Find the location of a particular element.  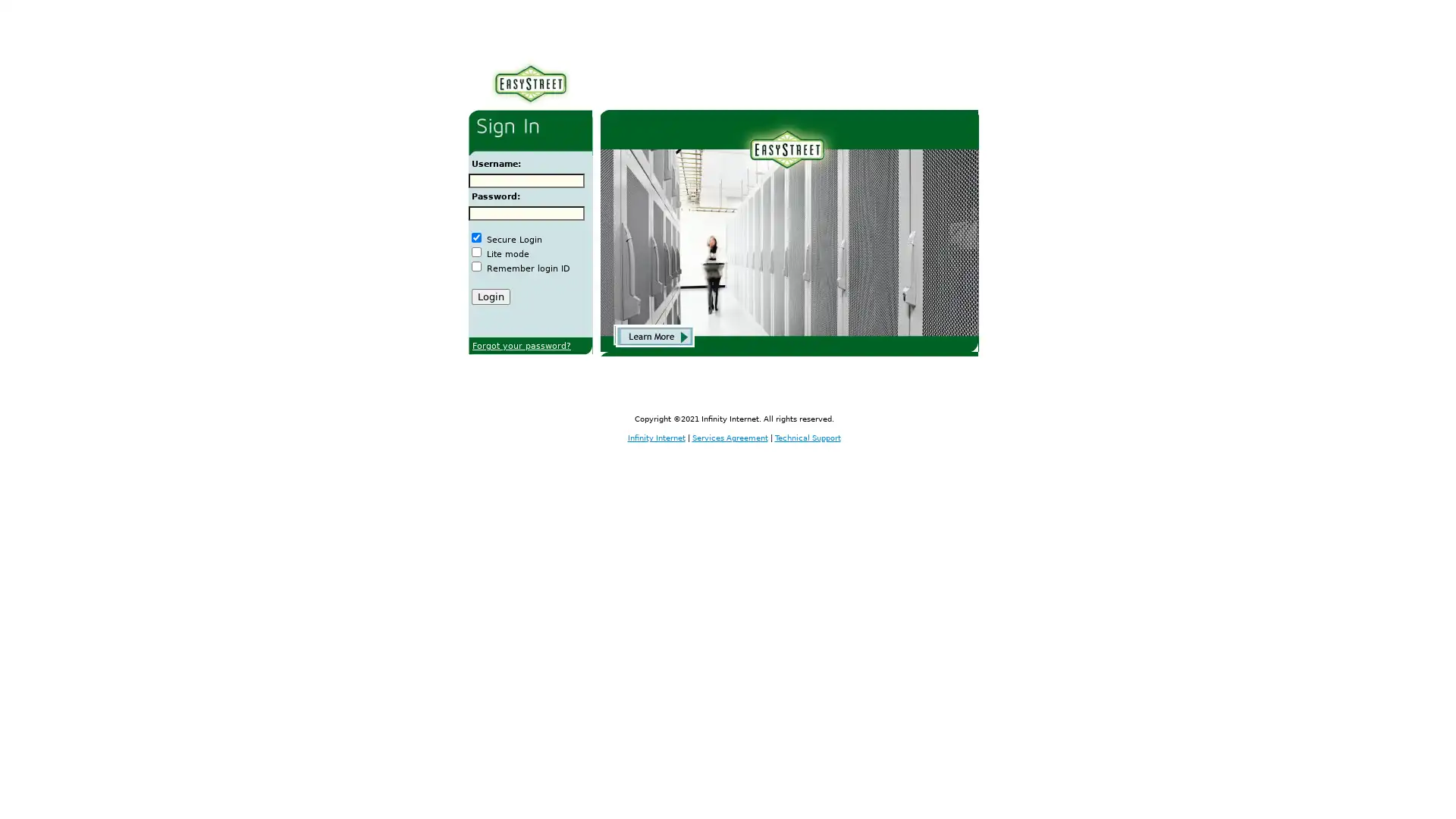

Login is located at coordinates (491, 297).